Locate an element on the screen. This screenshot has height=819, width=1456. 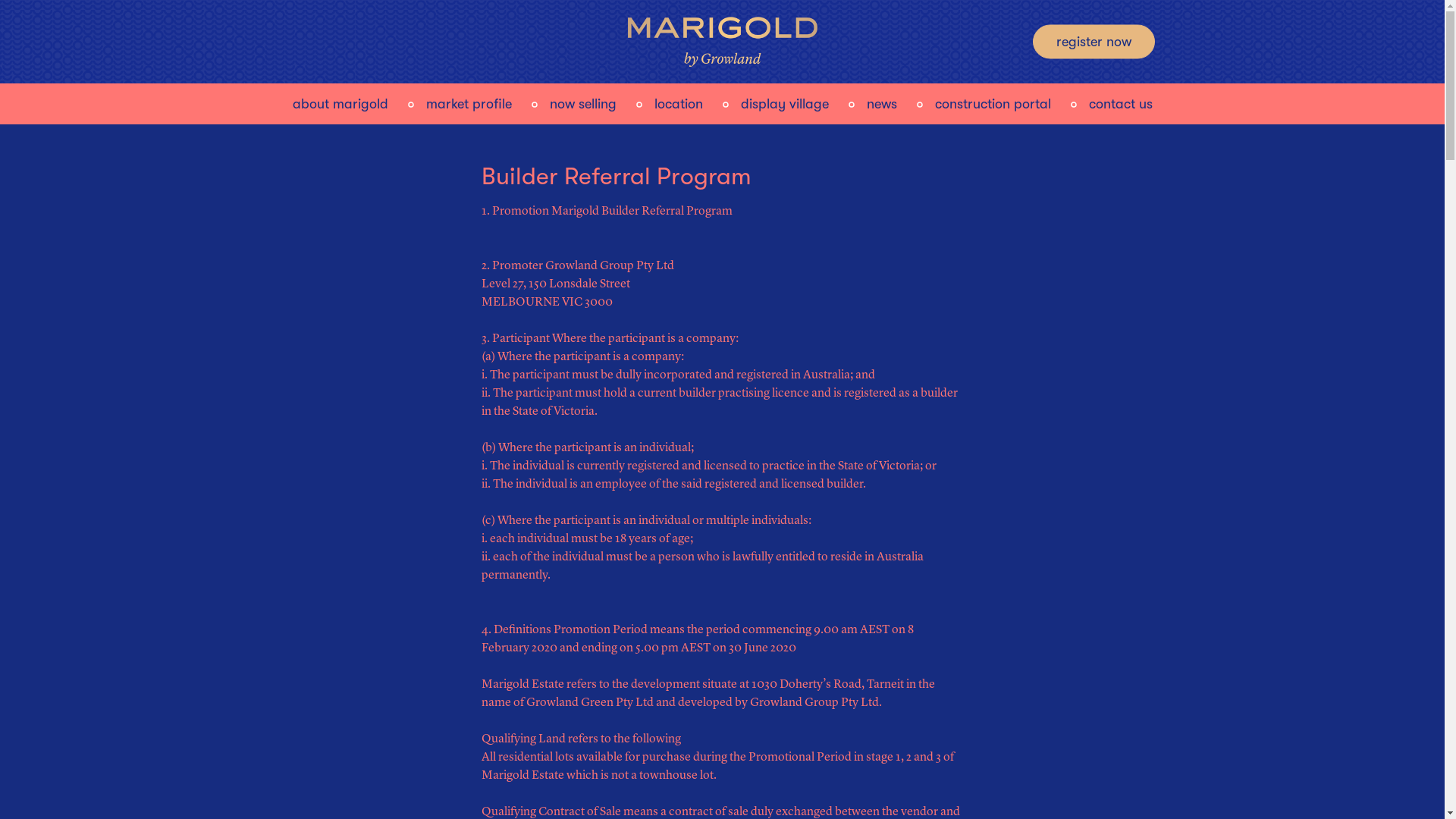
'construction portal' is located at coordinates (992, 101).